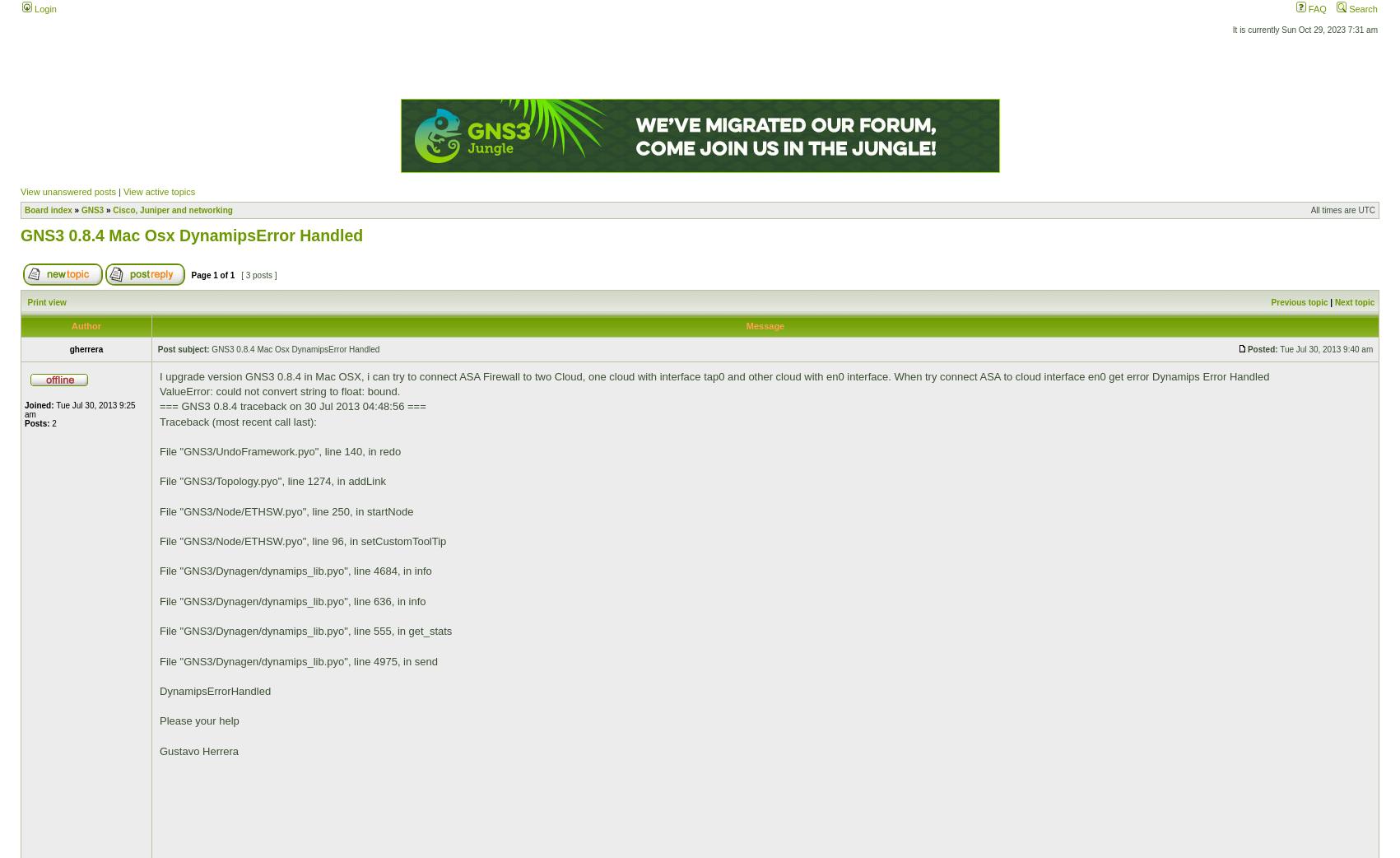 This screenshot has height=858, width=1400. I want to click on 'Posts:', so click(37, 423).